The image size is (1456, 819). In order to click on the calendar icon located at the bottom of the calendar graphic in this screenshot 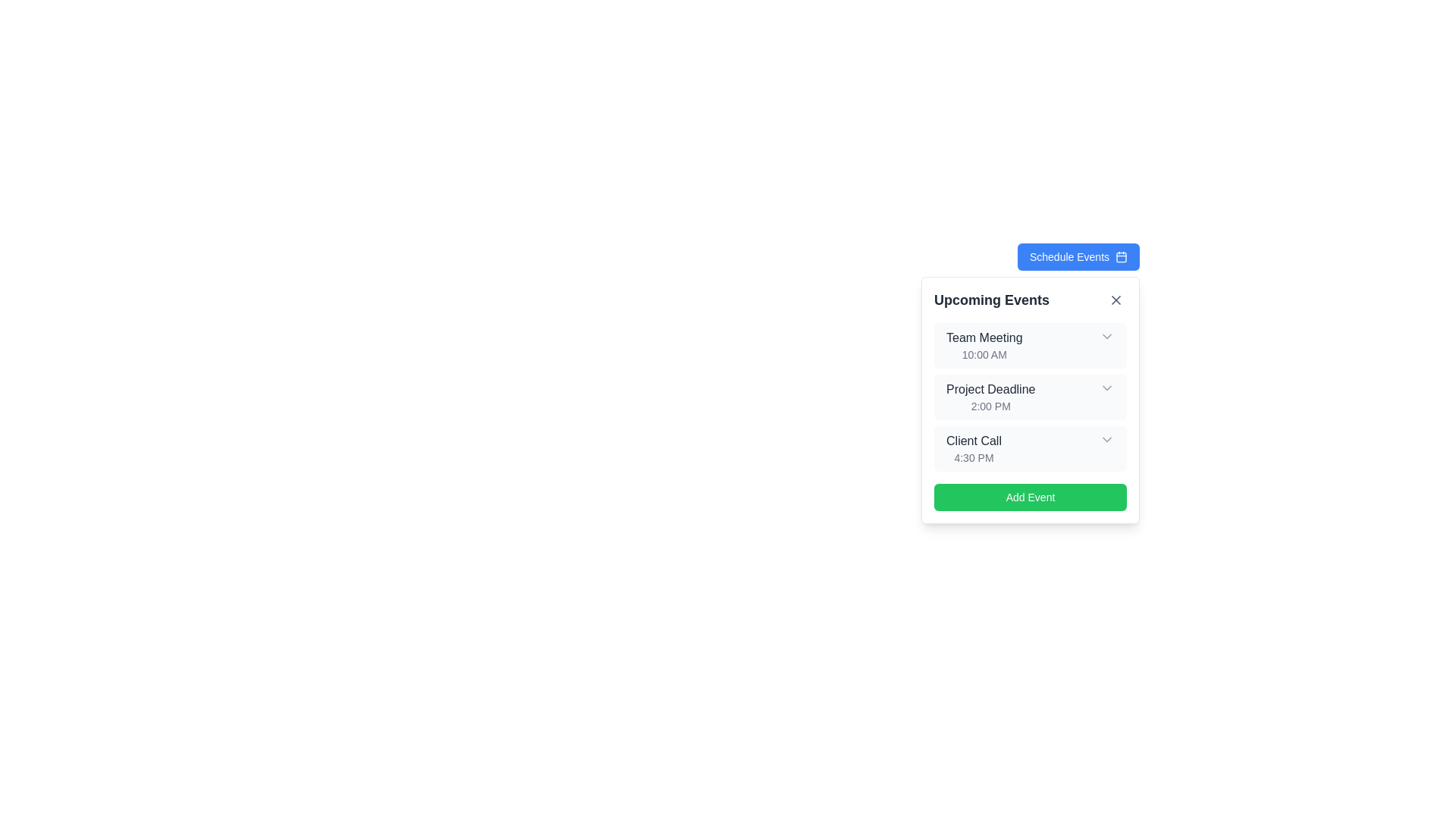, I will do `click(1121, 256)`.